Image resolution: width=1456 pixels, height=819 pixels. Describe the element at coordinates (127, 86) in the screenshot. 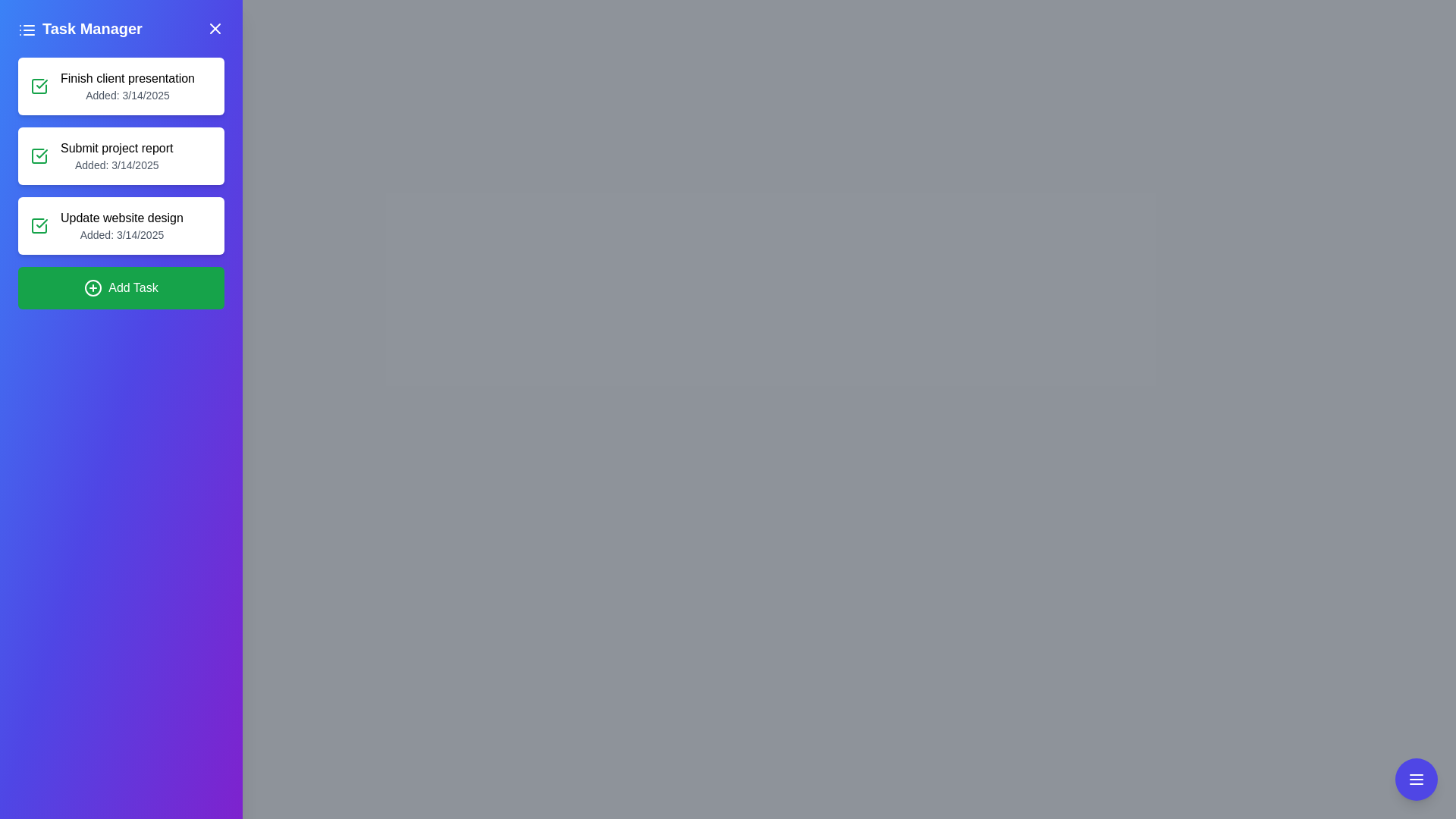

I see `the text block displaying 'Finish client presentation' in a bold font style, which is the topmost item in the 'Task Manager' panel` at that location.